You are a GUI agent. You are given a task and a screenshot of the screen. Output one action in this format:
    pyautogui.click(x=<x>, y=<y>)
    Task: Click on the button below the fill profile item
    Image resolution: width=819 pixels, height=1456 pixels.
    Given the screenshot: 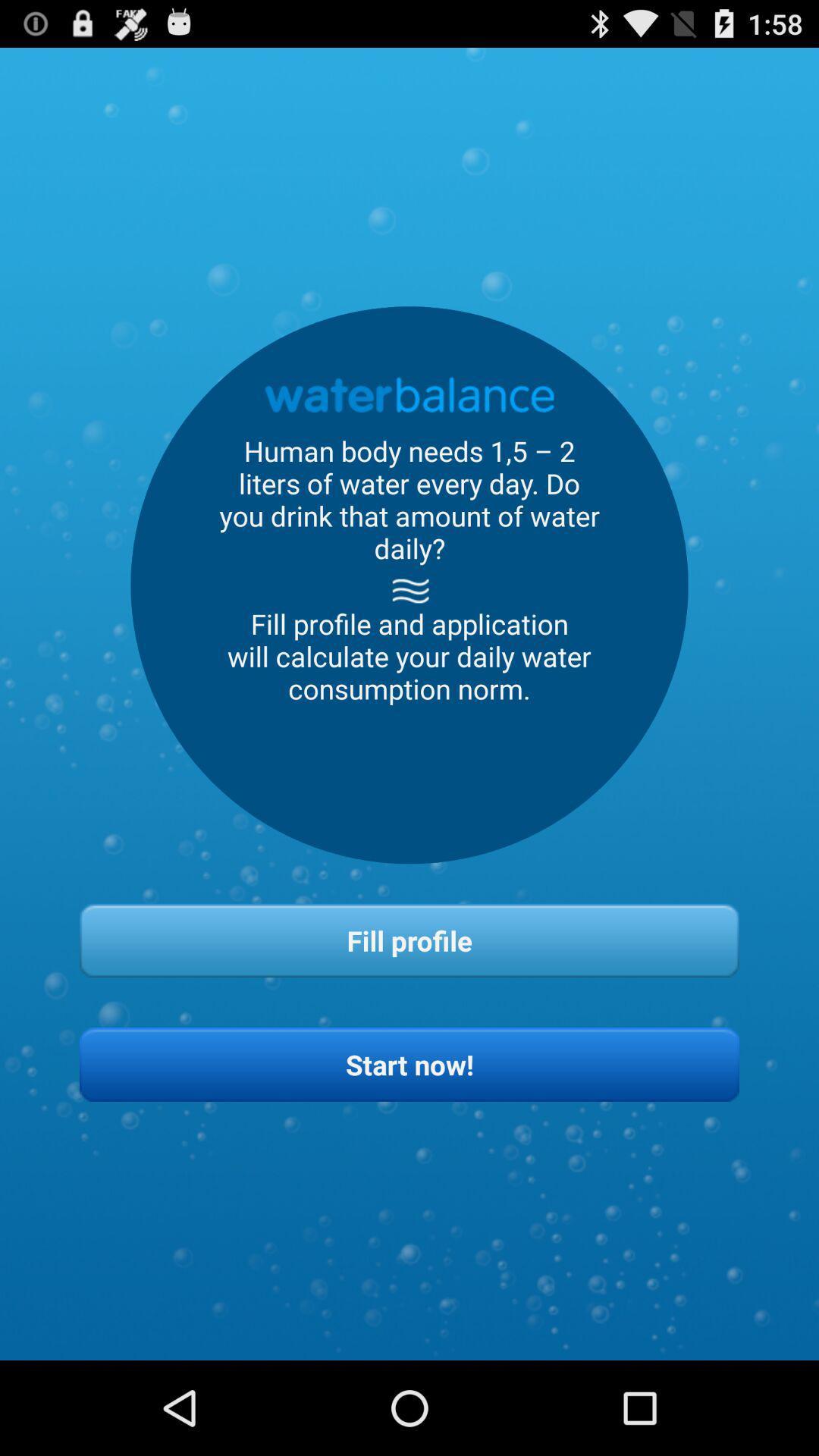 What is the action you would take?
    pyautogui.click(x=409, y=1063)
    